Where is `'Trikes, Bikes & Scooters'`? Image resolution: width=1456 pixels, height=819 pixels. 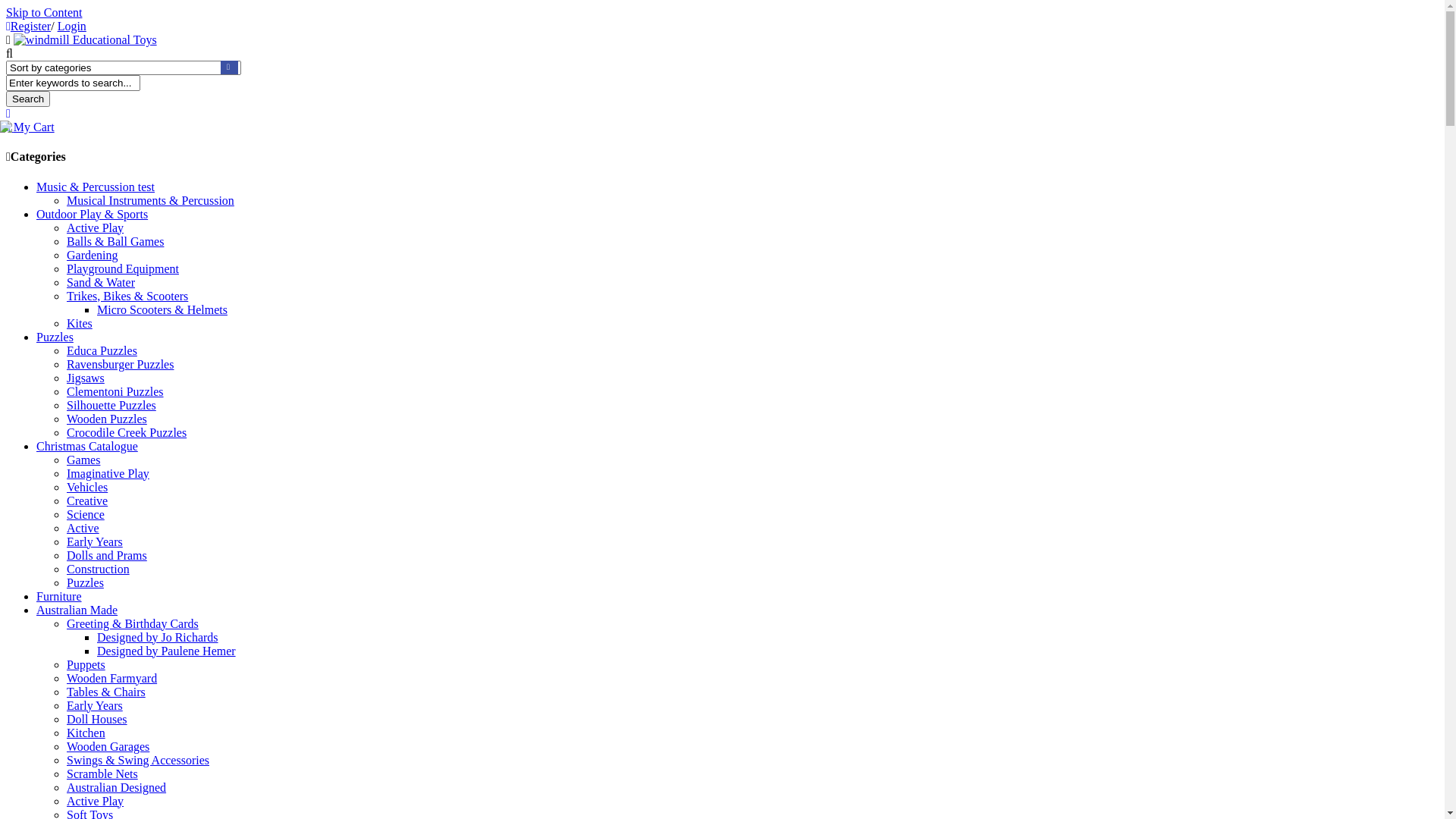
'Trikes, Bikes & Scooters' is located at coordinates (127, 296).